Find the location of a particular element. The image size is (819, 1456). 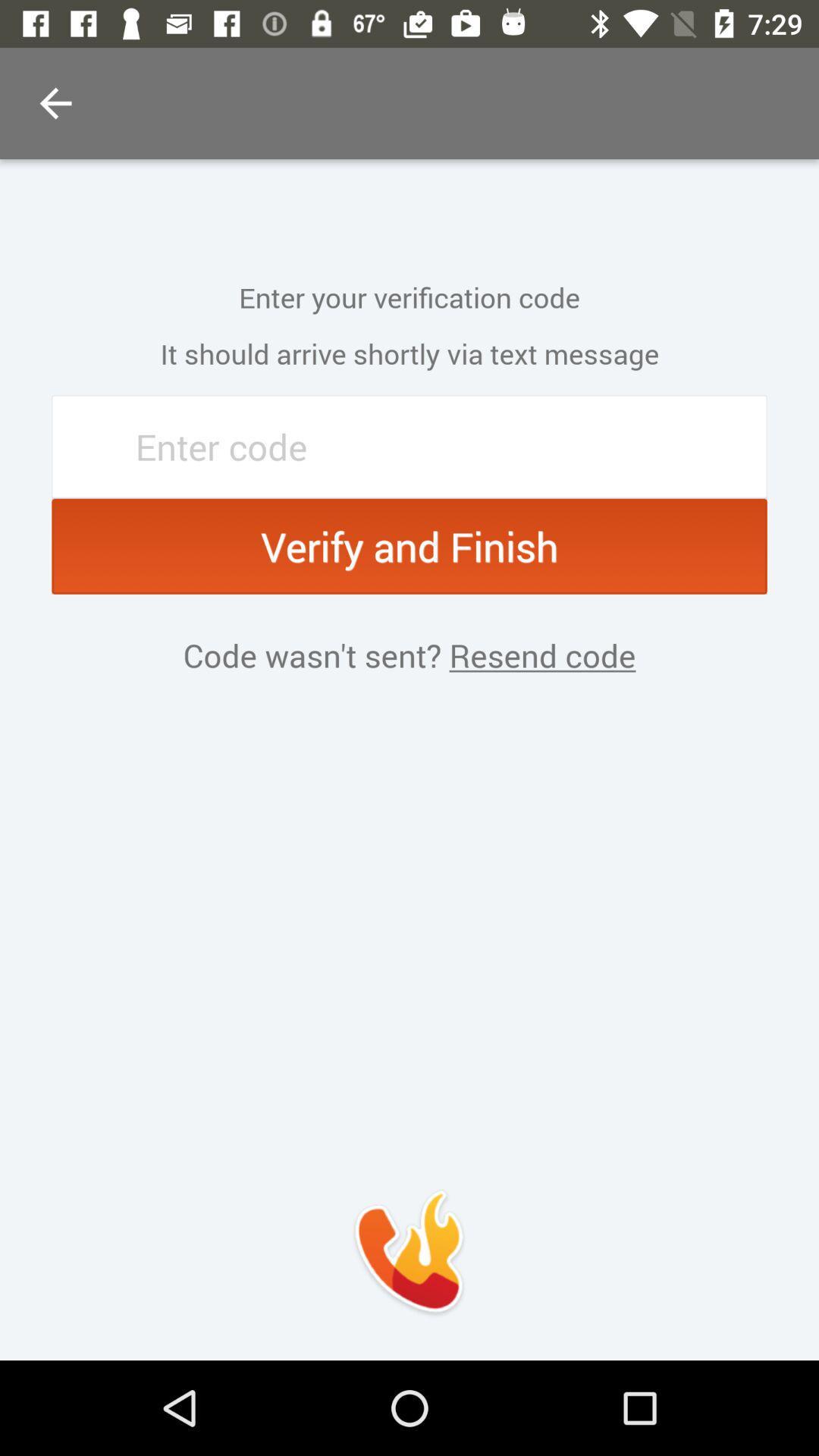

item above enter your verification item is located at coordinates (55, 102).